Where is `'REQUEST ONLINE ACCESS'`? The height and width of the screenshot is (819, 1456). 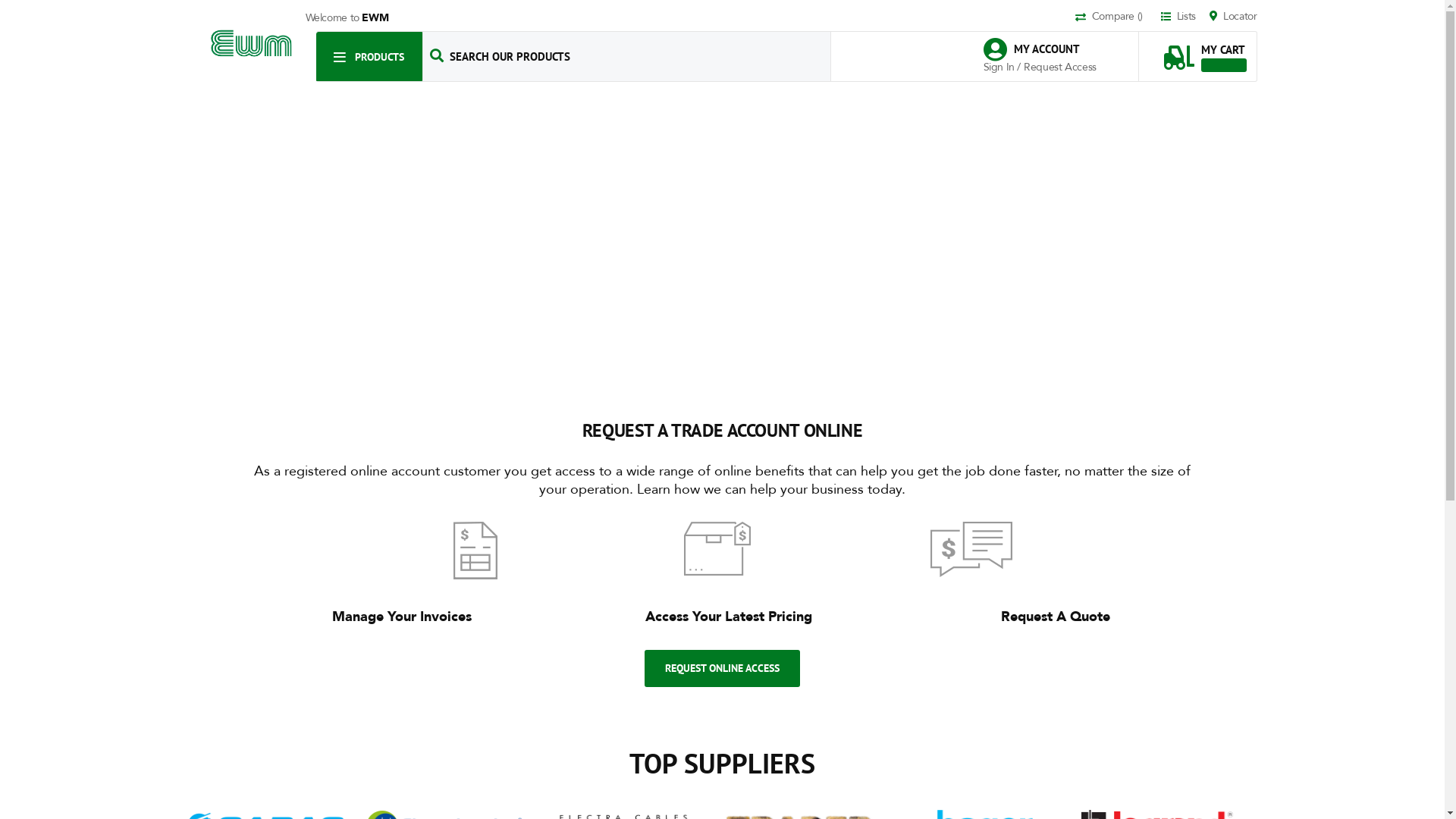
'REQUEST ONLINE ACCESS' is located at coordinates (721, 667).